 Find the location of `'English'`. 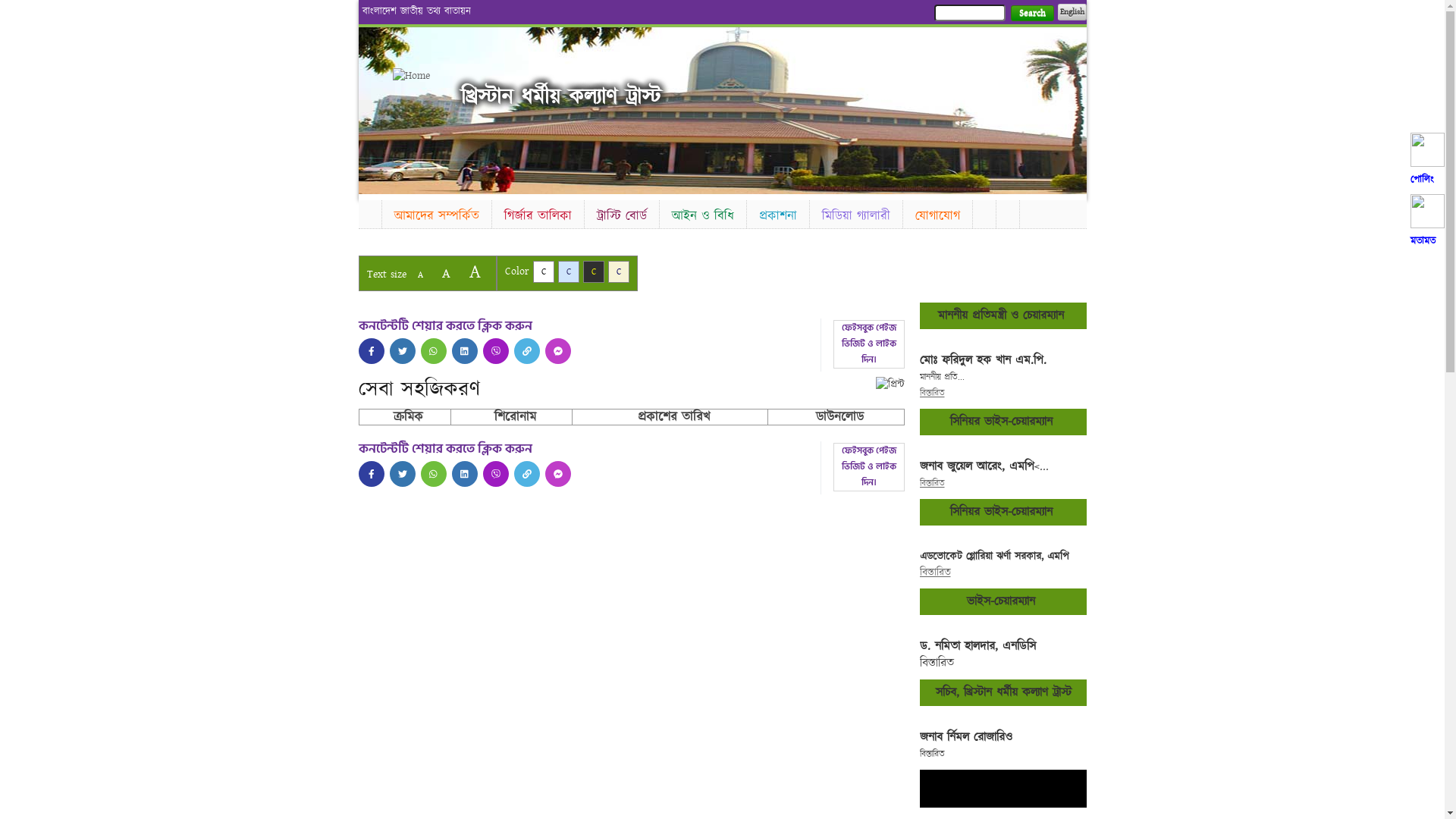

'English' is located at coordinates (1070, 11).